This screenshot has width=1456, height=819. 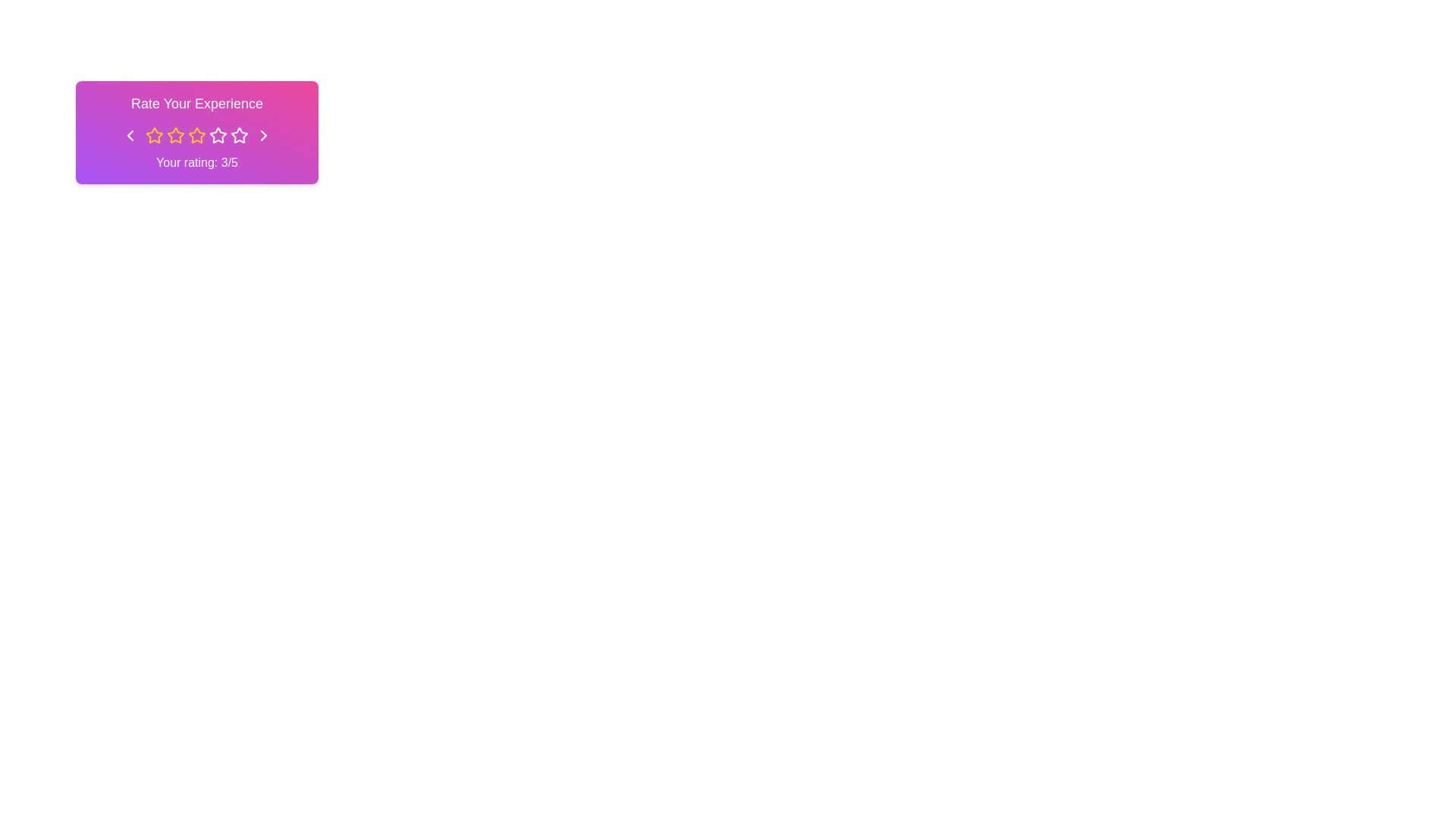 I want to click on the third star in a group of five horizontally aligned stars, so click(x=196, y=134).